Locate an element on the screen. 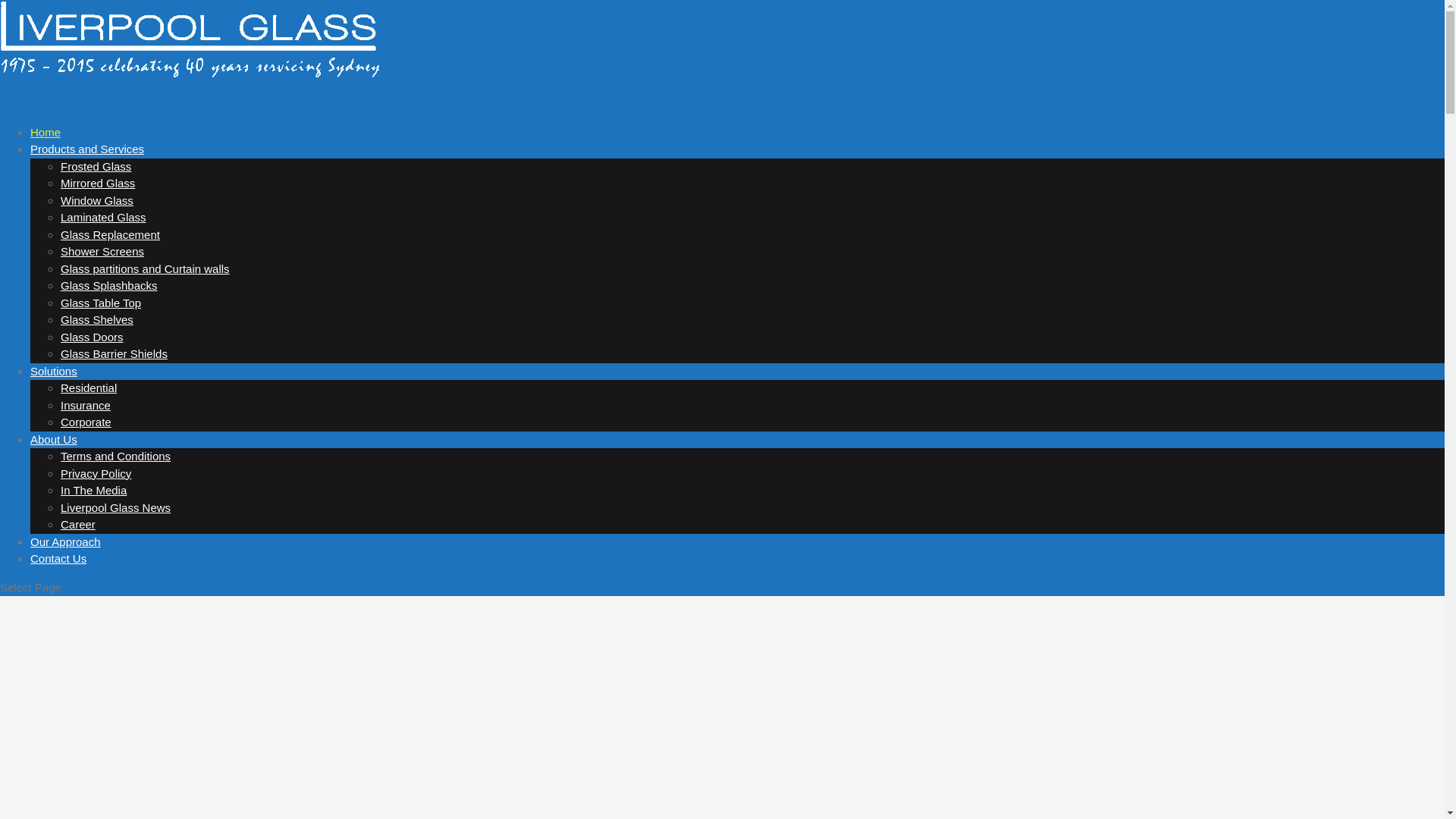  'Home' is located at coordinates (45, 147).